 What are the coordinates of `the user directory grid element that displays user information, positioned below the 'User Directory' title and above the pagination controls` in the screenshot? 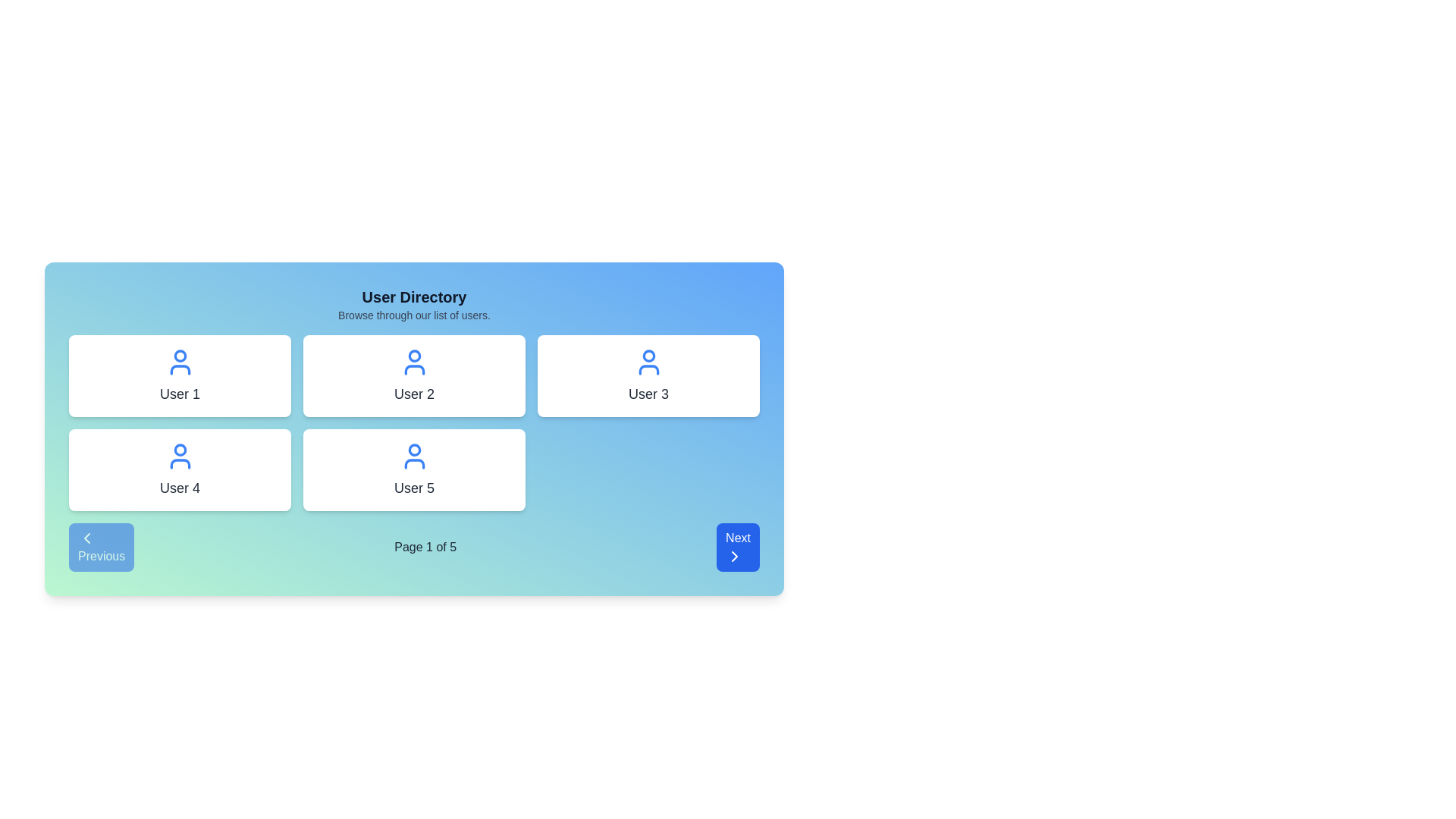 It's located at (414, 423).